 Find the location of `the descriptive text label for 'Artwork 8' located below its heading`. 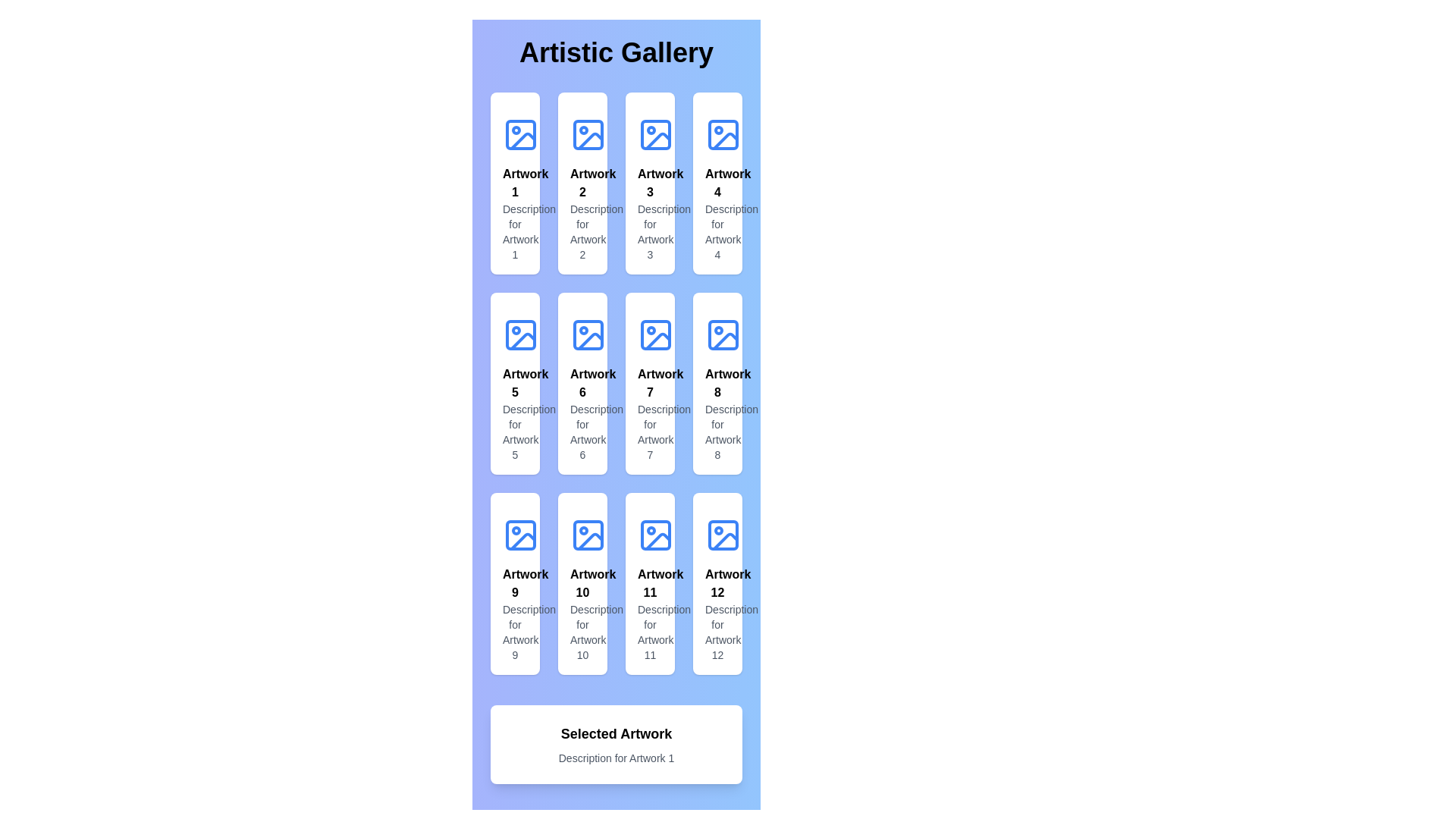

the descriptive text label for 'Artwork 8' located below its heading is located at coordinates (717, 432).